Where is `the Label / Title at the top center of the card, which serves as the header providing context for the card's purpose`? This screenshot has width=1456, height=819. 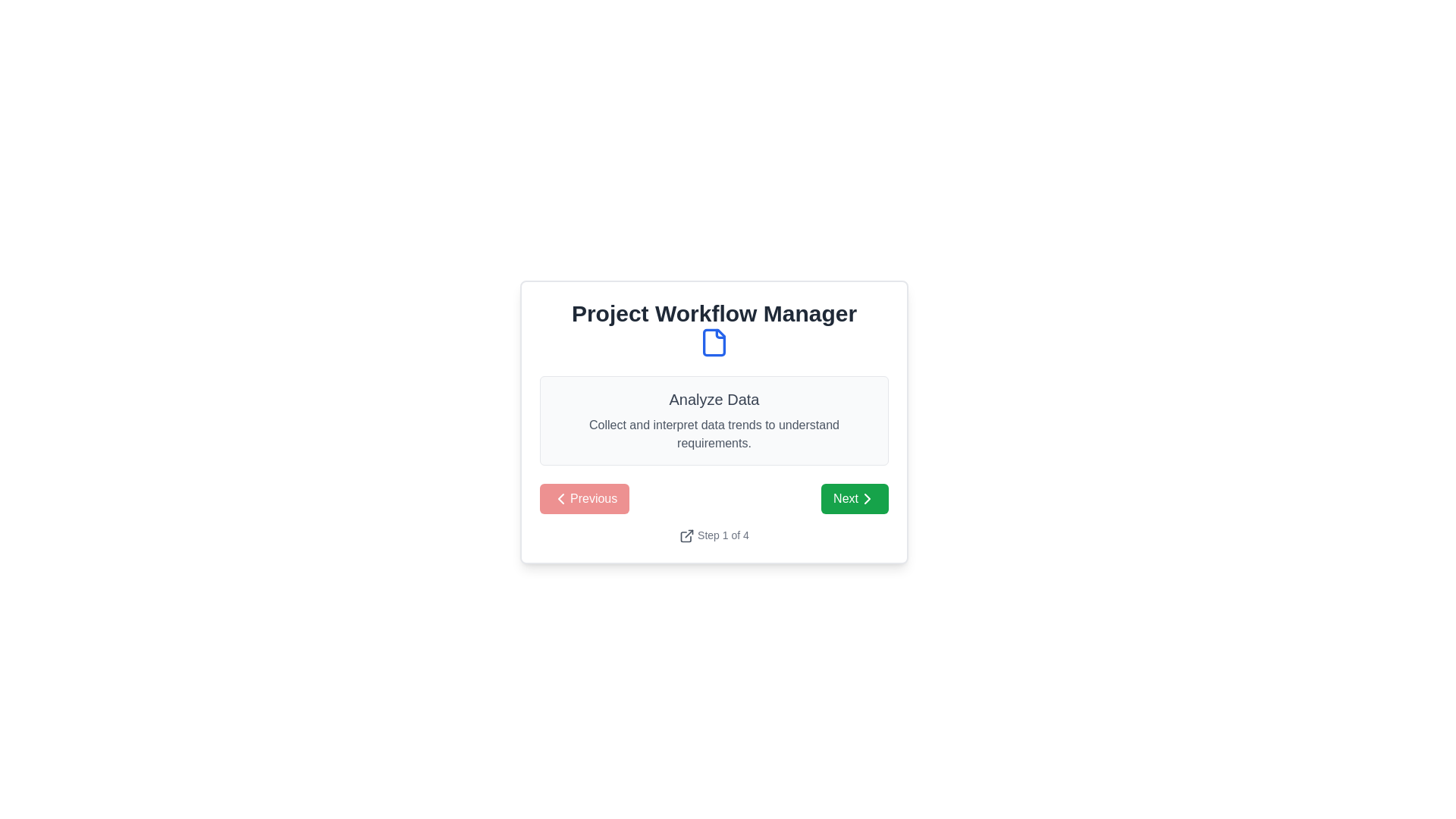
the Label / Title at the top center of the card, which serves as the header providing context for the card's purpose is located at coordinates (713, 328).